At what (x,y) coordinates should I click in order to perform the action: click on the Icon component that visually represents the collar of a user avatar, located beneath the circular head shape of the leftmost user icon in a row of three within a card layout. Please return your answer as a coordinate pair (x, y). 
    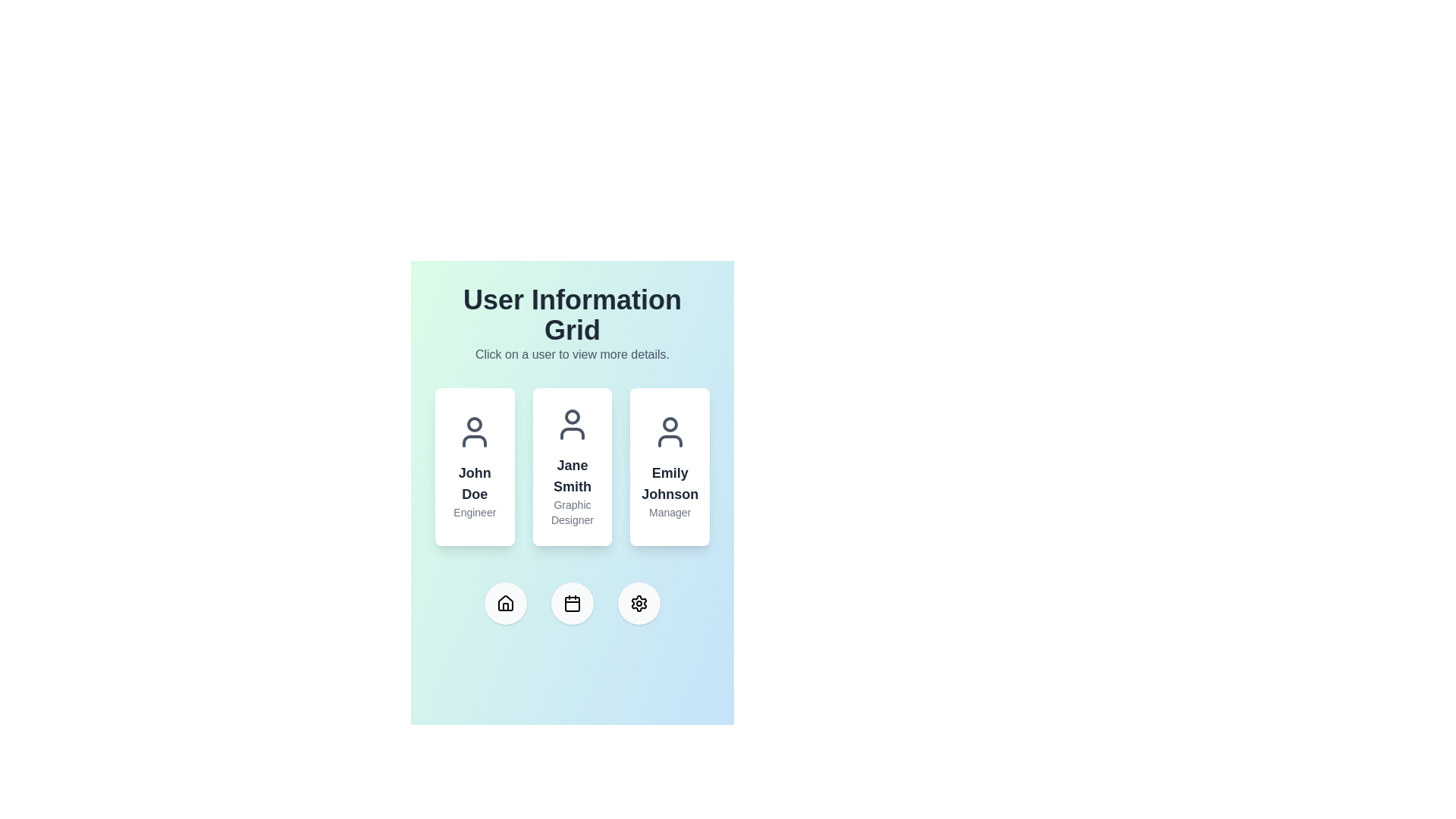
    Looking at the image, I should click on (474, 441).